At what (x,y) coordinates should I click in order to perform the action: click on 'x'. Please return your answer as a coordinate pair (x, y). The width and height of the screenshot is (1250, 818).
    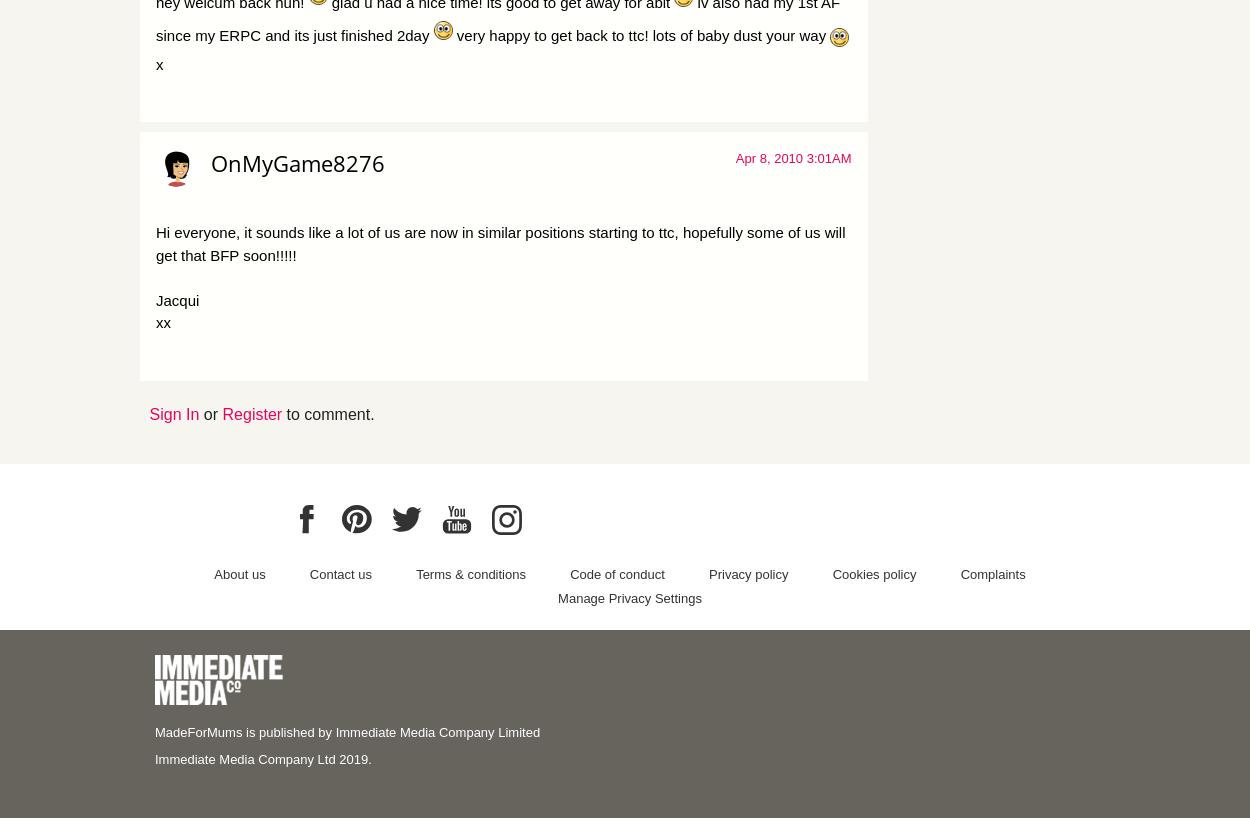
    Looking at the image, I should click on (159, 62).